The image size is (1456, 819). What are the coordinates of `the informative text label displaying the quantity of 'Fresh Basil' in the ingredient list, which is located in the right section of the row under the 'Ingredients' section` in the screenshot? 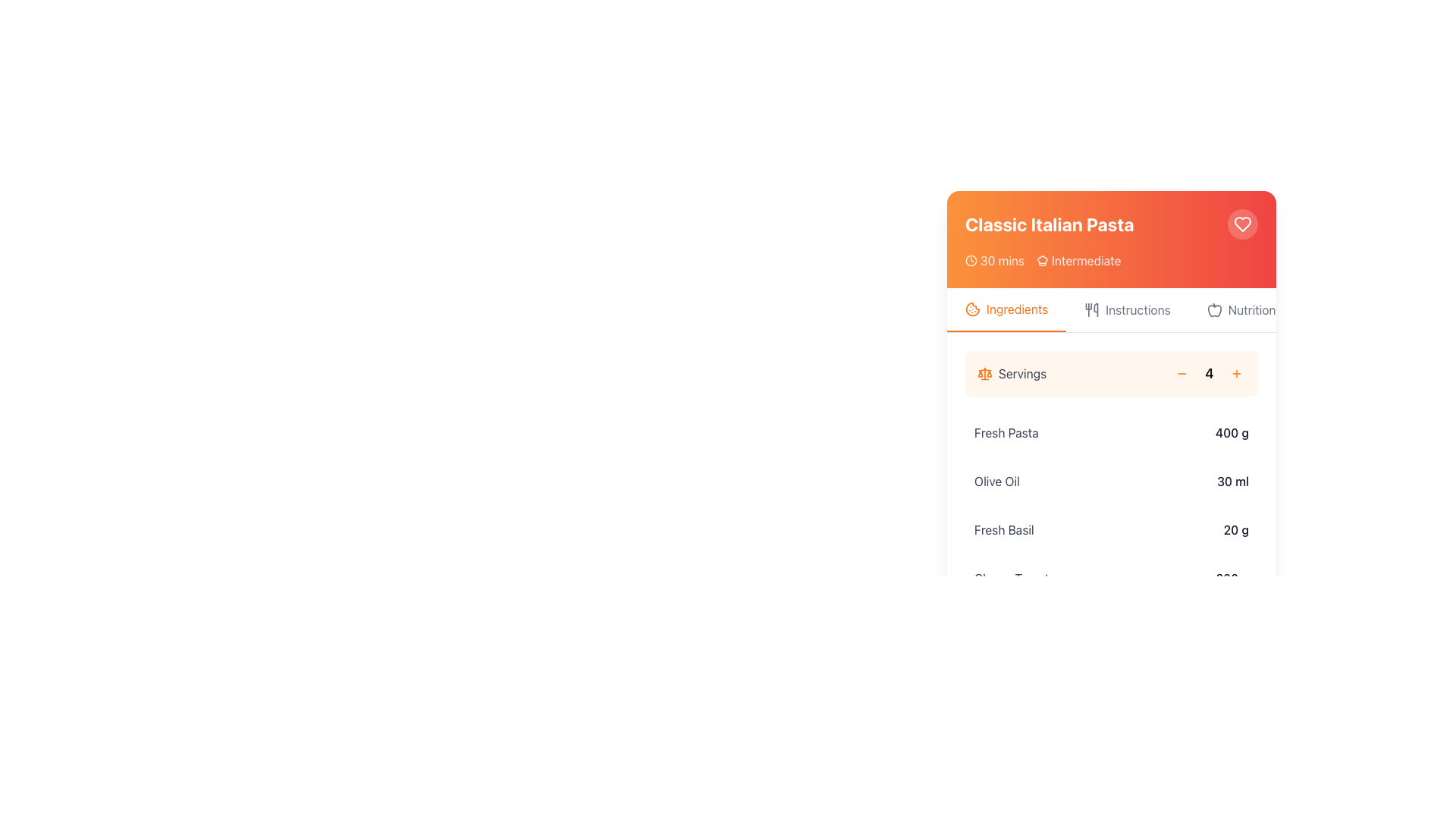 It's located at (1236, 529).